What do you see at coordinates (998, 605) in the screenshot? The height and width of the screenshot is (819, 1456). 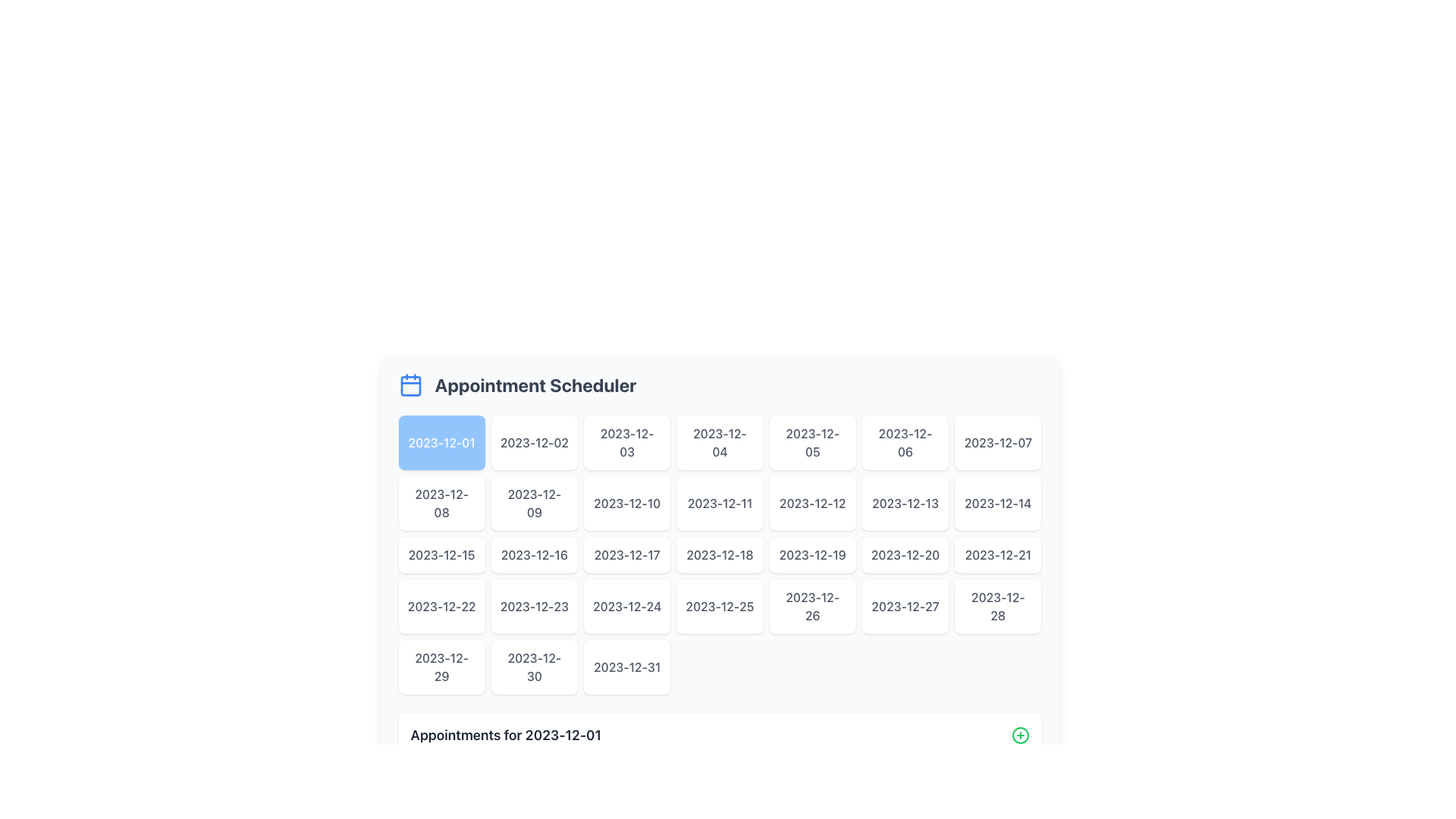 I see `the selectable calendar date button located in the last row and sixth column of the grid` at bounding box center [998, 605].